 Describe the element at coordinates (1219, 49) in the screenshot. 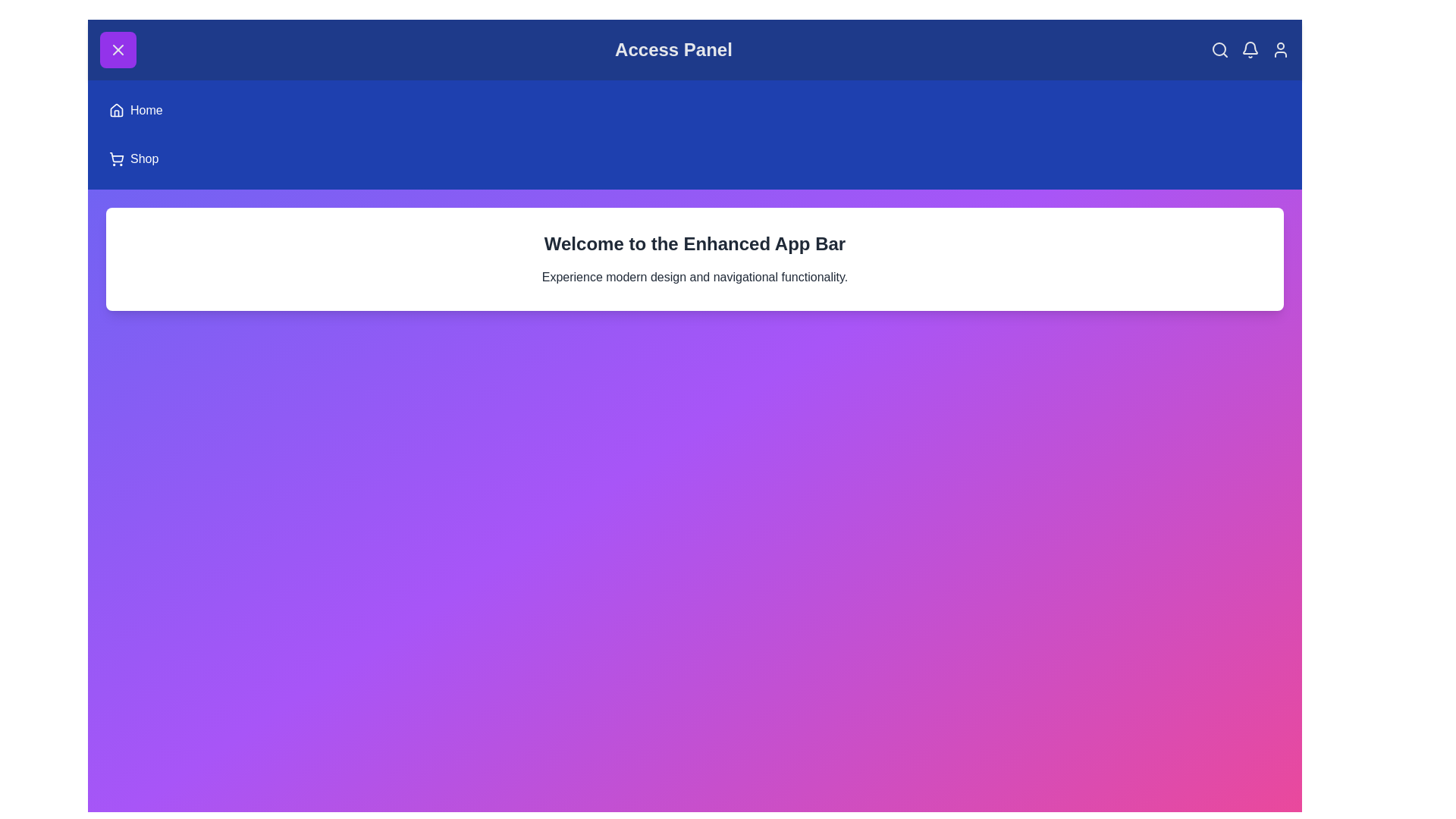

I see `the 'Search' icon in the header` at that location.